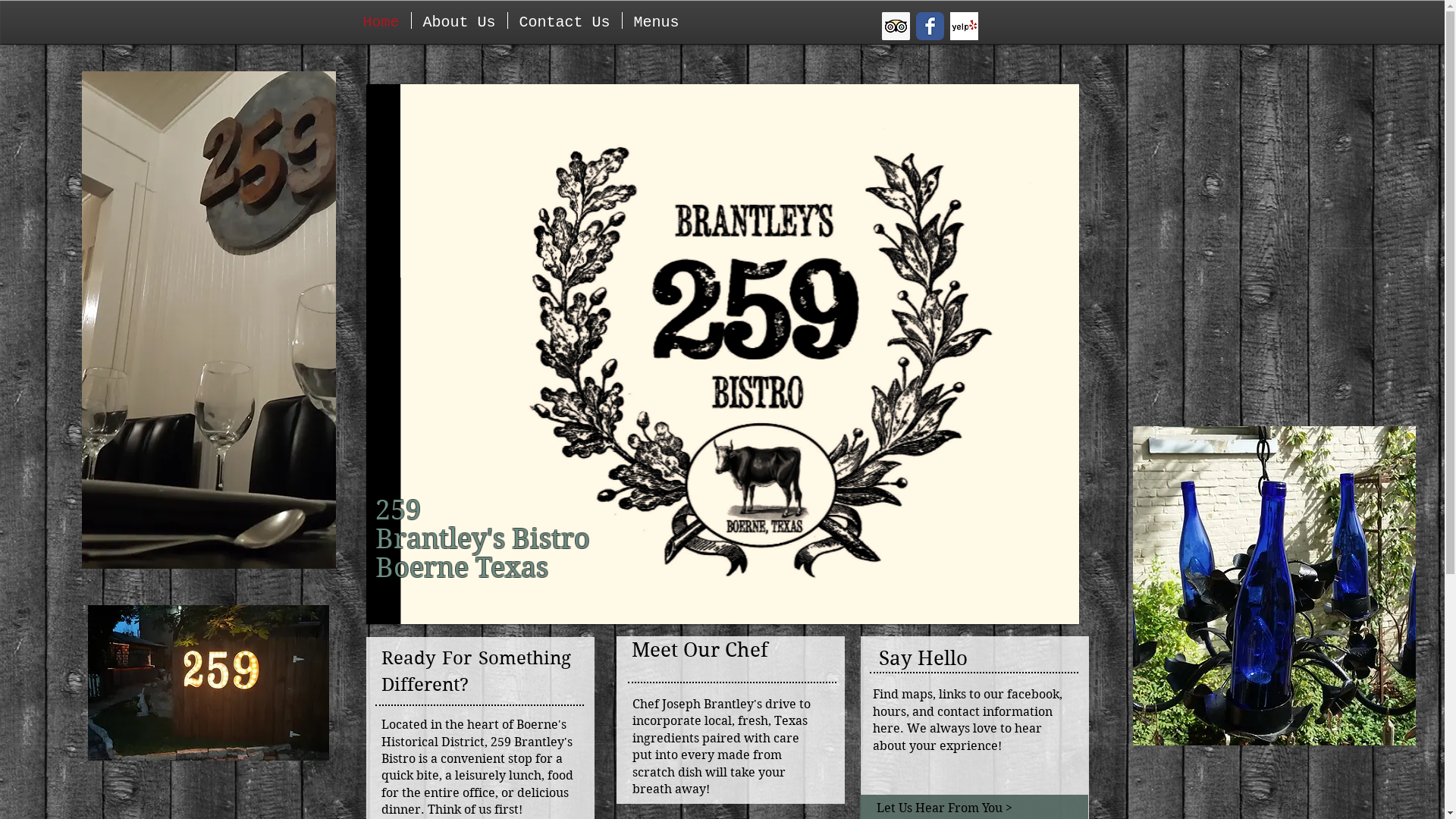 This screenshot has height=819, width=1456. I want to click on 'About Us', so click(457, 20).